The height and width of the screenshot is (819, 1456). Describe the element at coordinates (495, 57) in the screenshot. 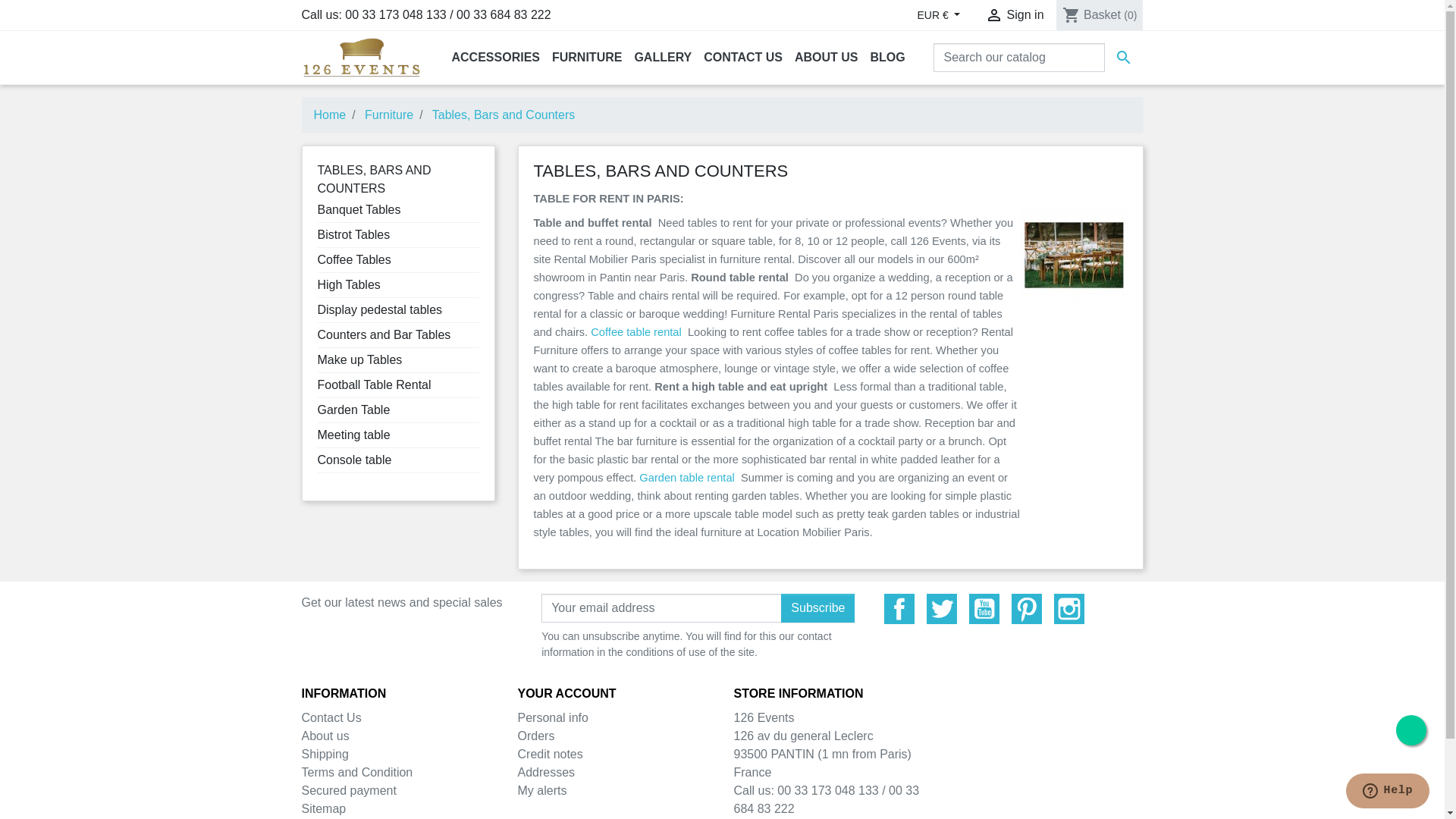

I see `'ACCESSORIES'` at that location.